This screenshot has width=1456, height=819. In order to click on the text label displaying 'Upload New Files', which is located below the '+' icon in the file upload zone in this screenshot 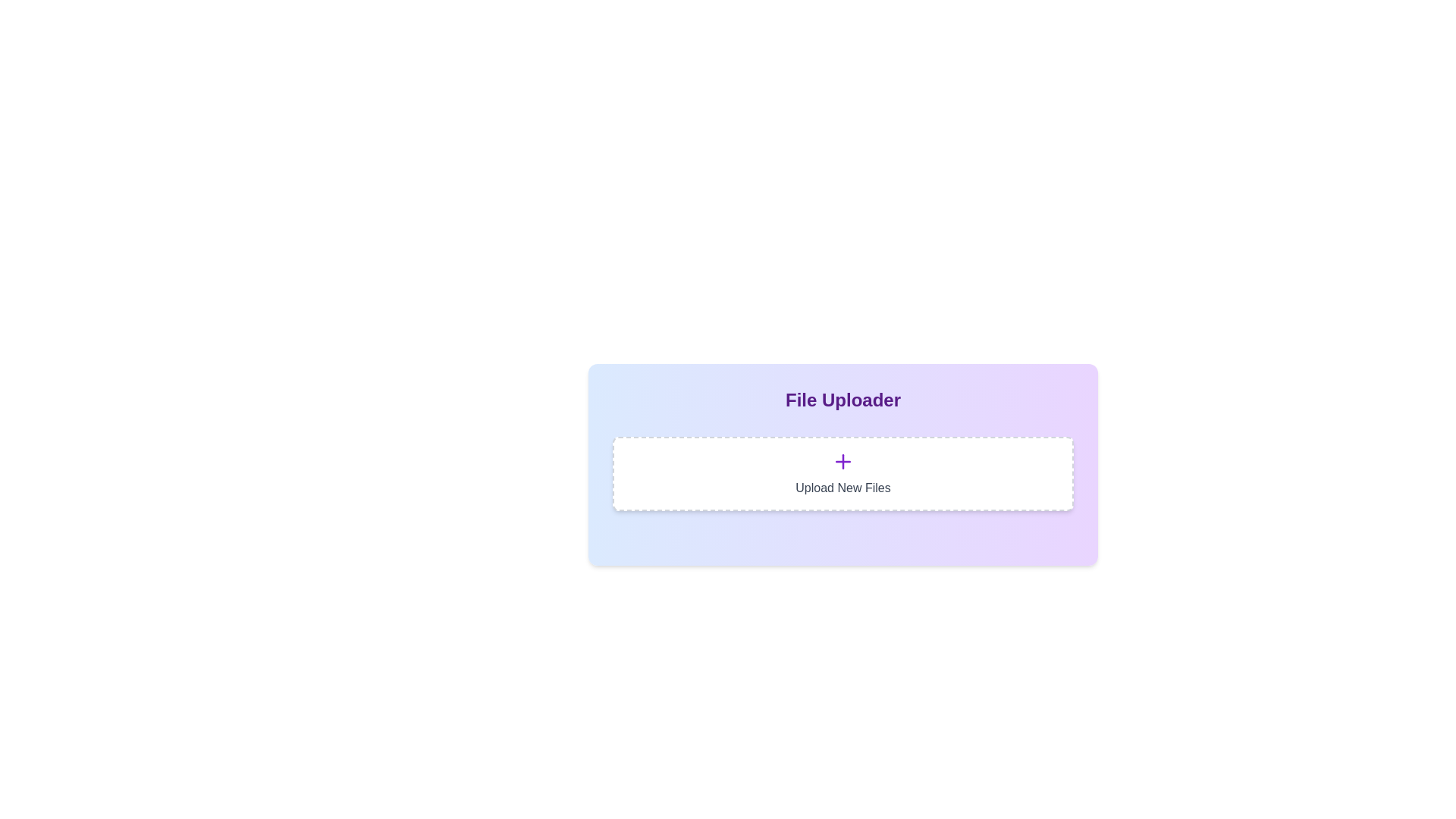, I will do `click(843, 488)`.